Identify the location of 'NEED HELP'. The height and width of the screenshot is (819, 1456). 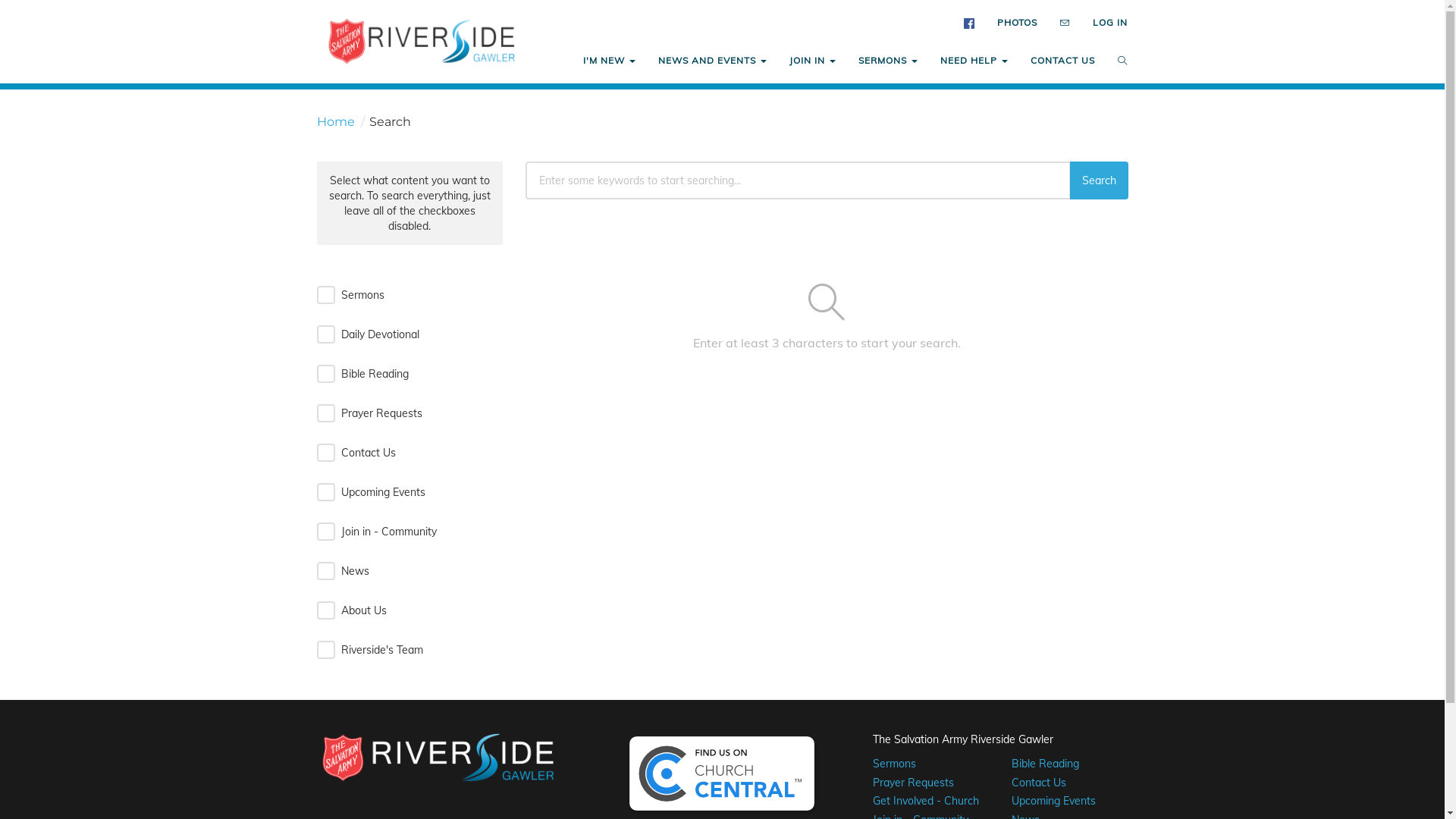
(974, 60).